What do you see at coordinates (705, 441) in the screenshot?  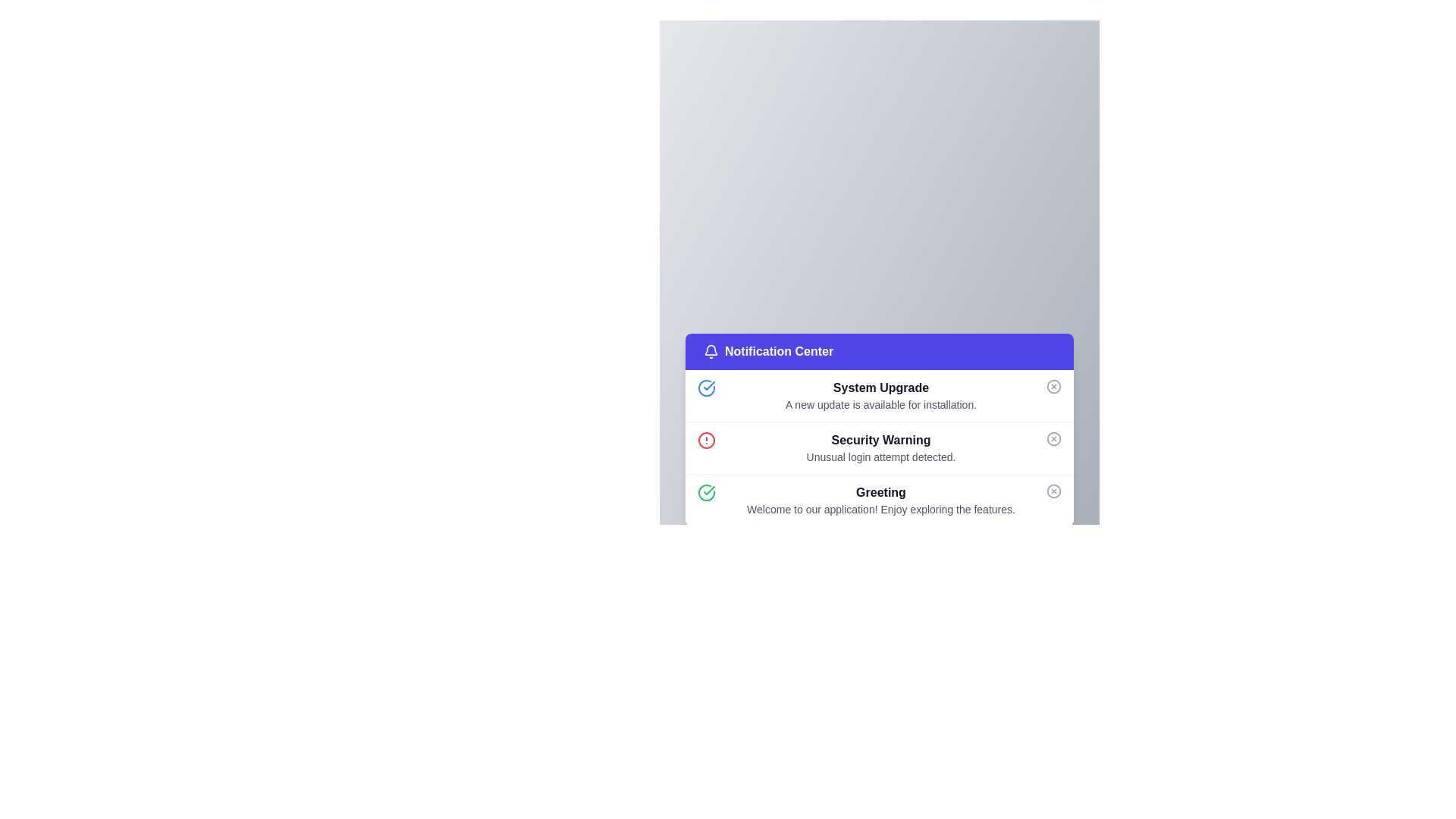 I see `the visual alert represented by the warning icon located to the left of the 'Security Warning' text in the second notification entry` at bounding box center [705, 441].